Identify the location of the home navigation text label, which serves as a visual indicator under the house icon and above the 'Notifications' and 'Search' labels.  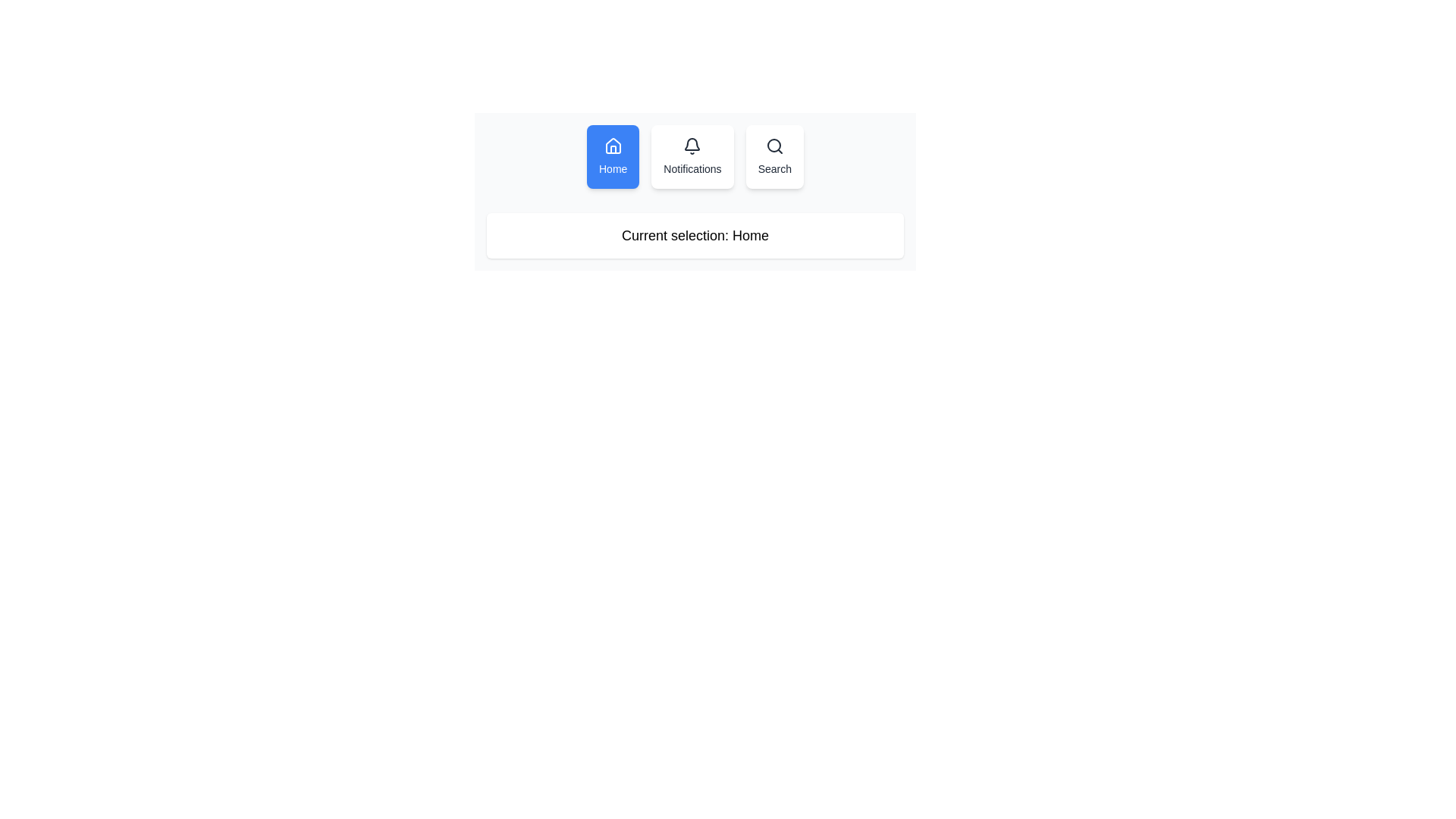
(613, 169).